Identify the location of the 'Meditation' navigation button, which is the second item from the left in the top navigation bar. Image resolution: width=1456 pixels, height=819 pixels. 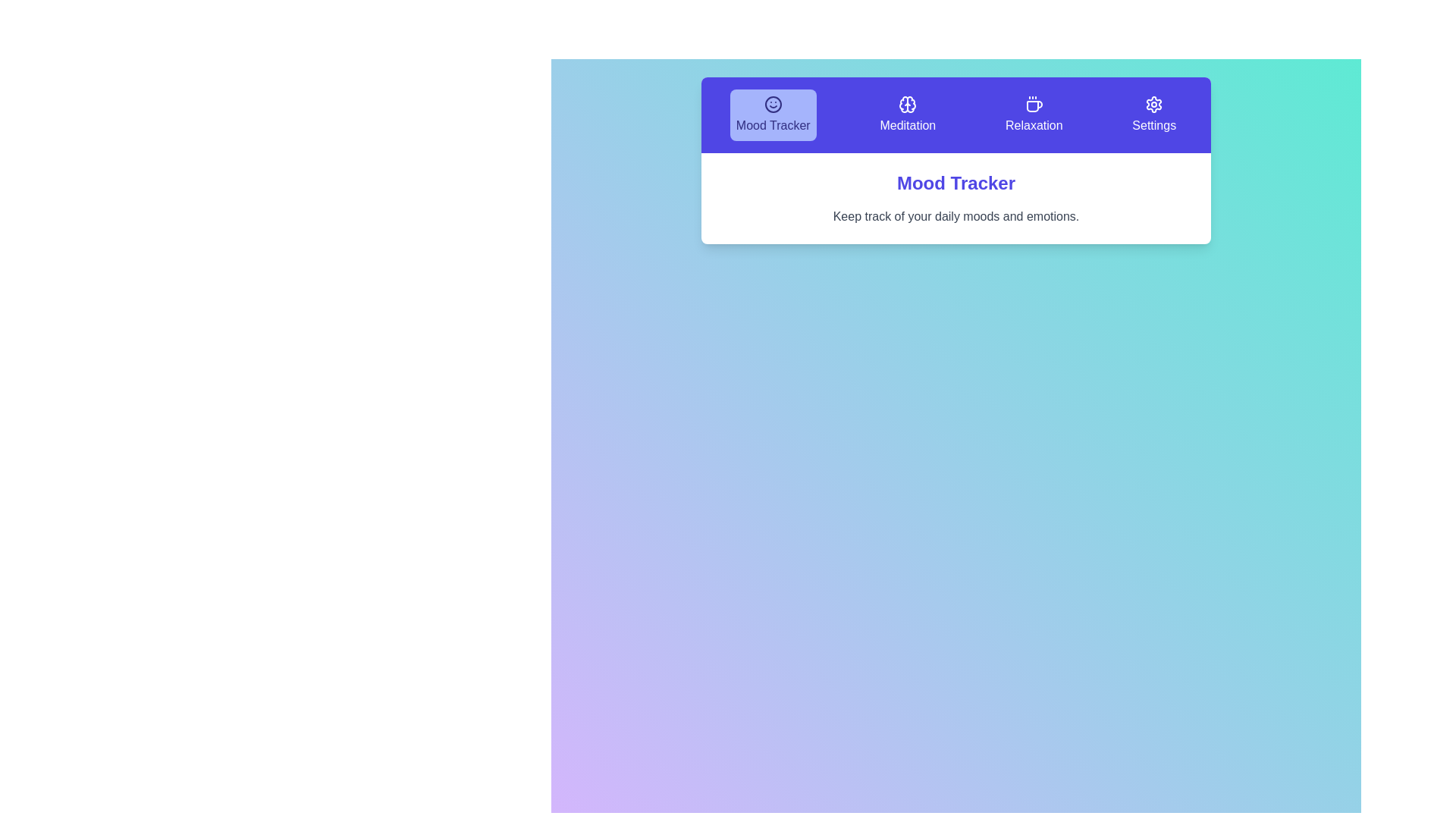
(908, 124).